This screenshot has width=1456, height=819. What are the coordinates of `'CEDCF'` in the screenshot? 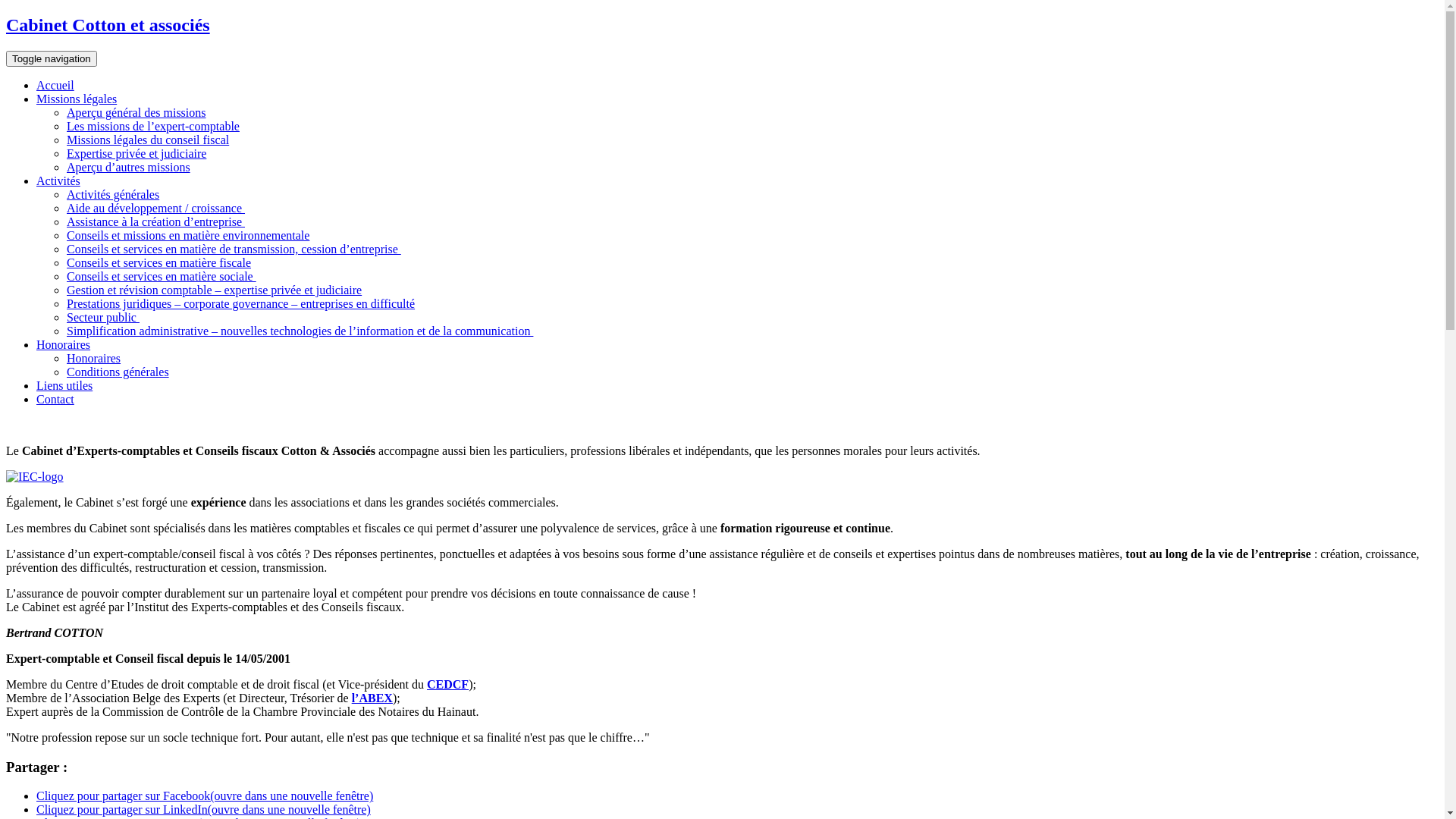 It's located at (425, 684).